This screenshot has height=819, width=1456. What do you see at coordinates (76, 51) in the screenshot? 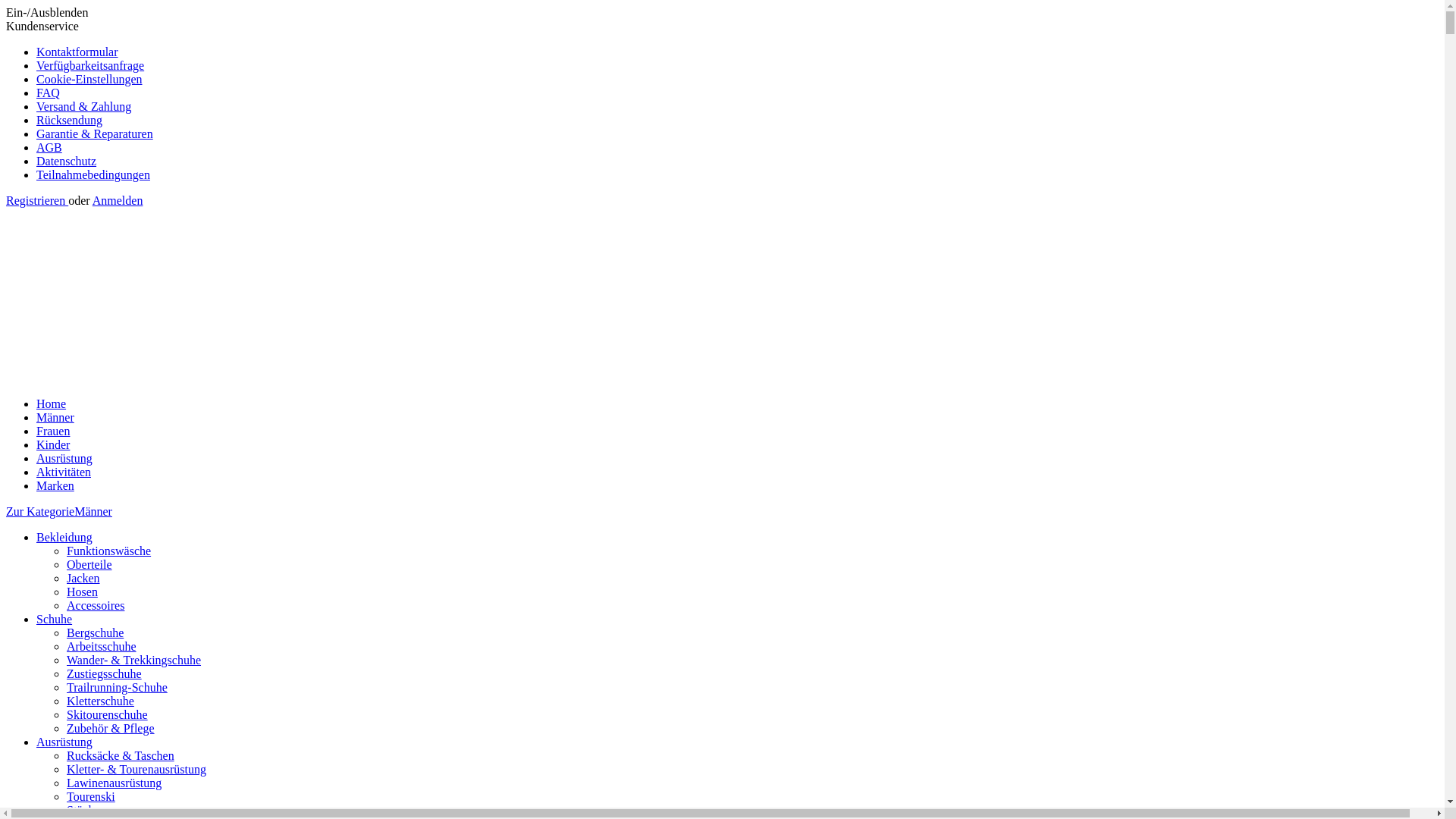
I see `'Kontaktformular'` at bounding box center [76, 51].